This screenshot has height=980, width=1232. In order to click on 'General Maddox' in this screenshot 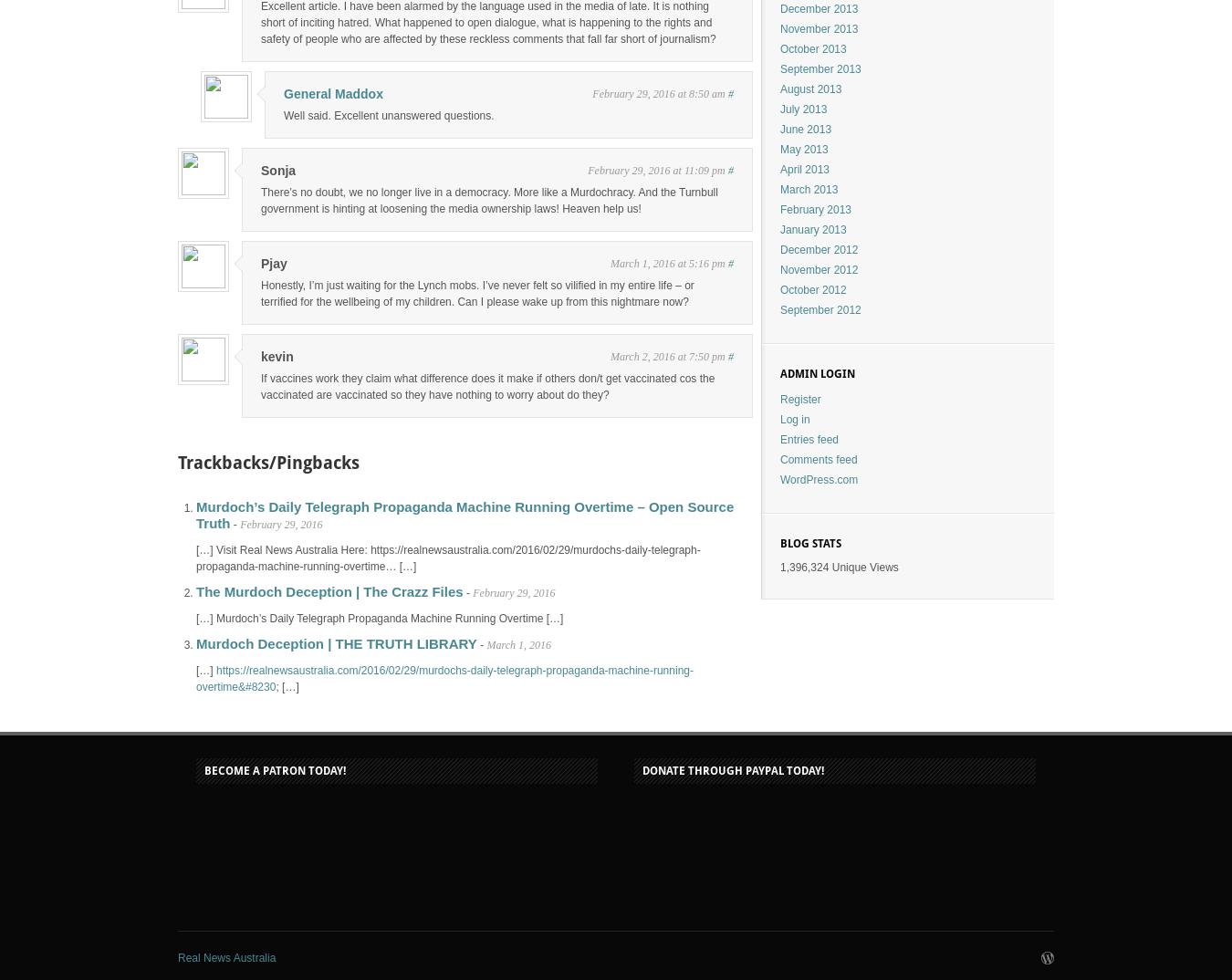, I will do `click(333, 93)`.